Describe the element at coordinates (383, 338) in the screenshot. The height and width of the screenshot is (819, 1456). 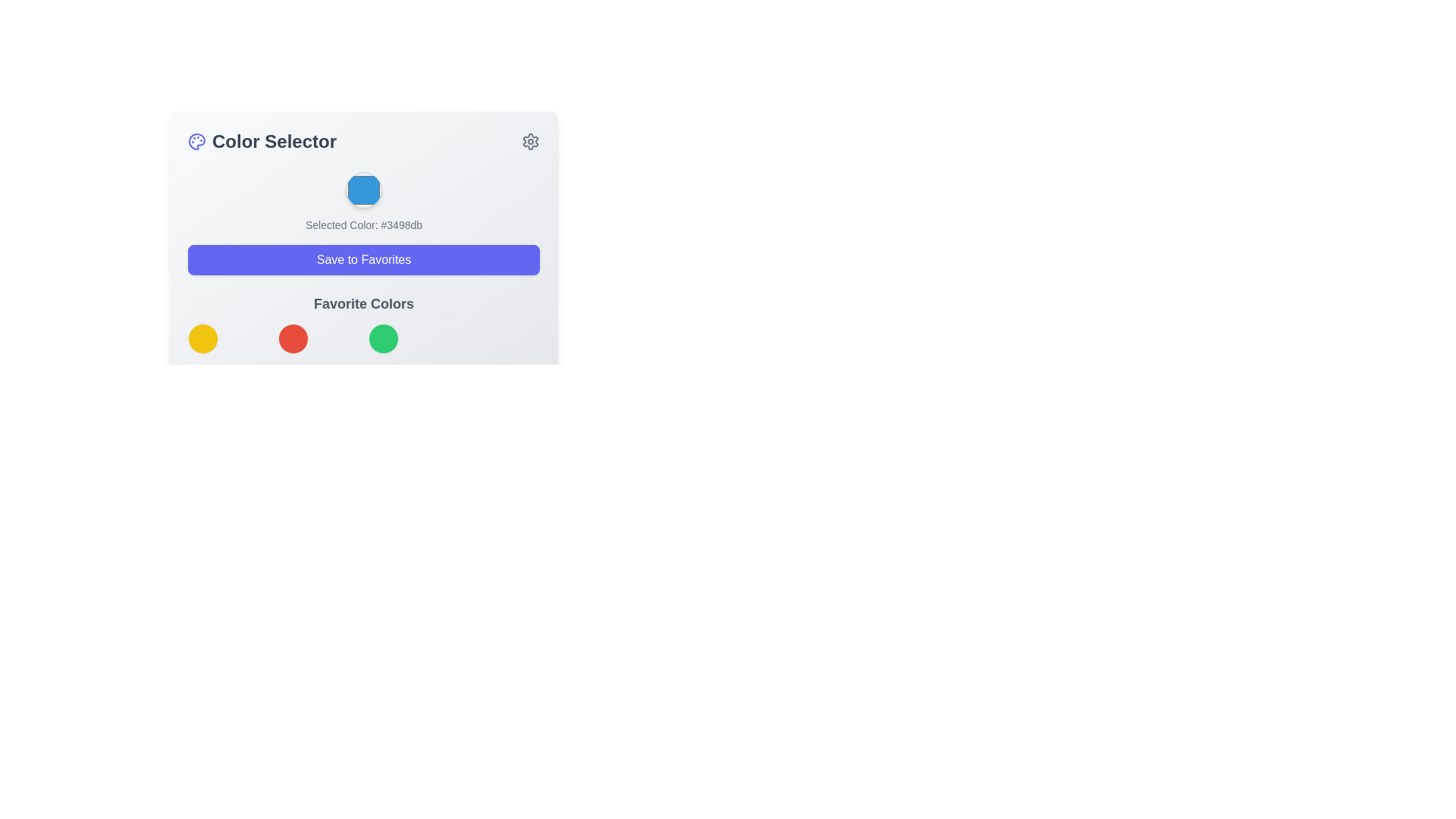
I see `the green Color option button, which is the third in a horizontal sequence of circular color buttons in the 'Favorite Colors' section` at that location.